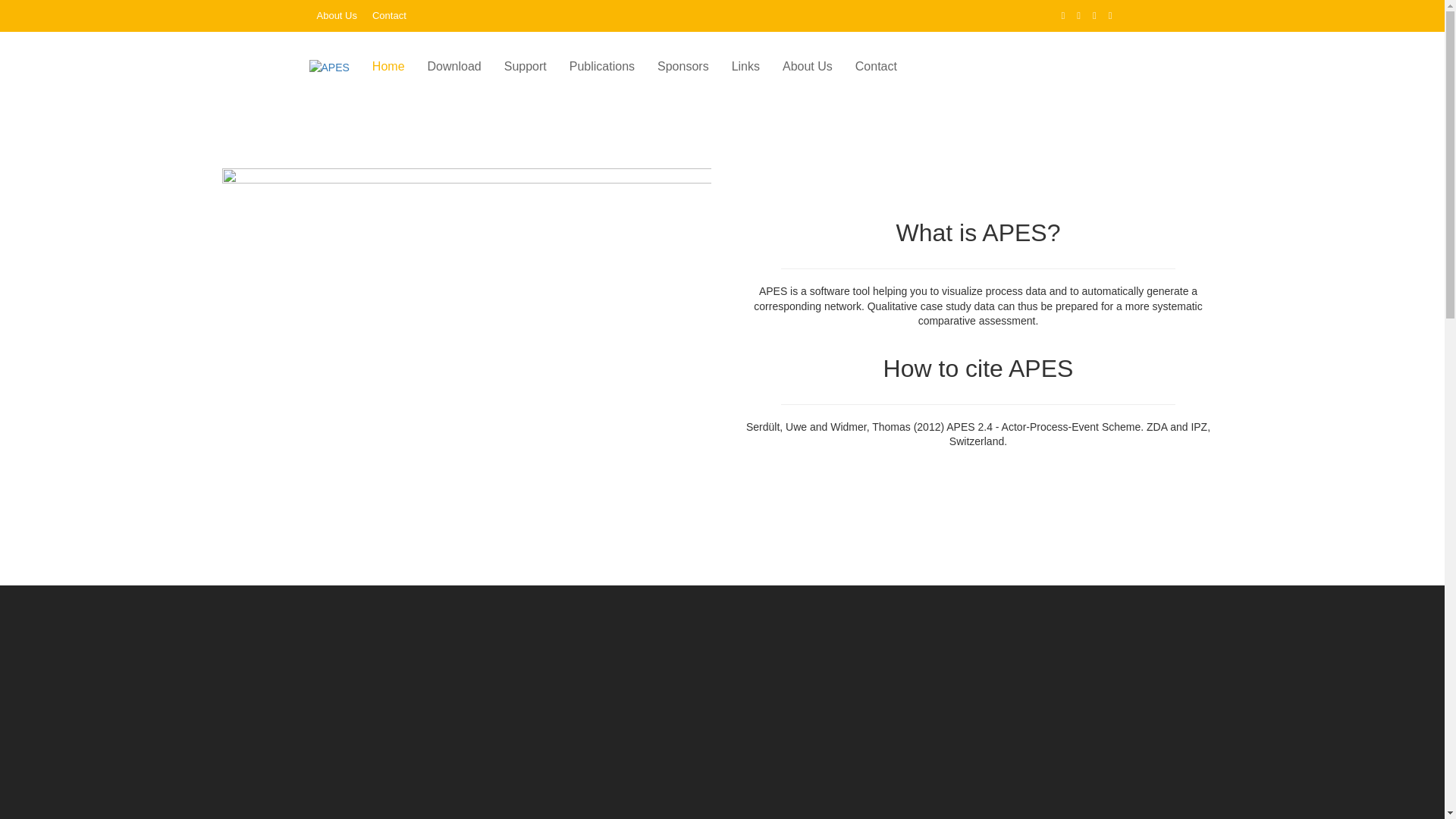 The height and width of the screenshot is (819, 1456). What do you see at coordinates (720, 66) in the screenshot?
I see `'Links'` at bounding box center [720, 66].